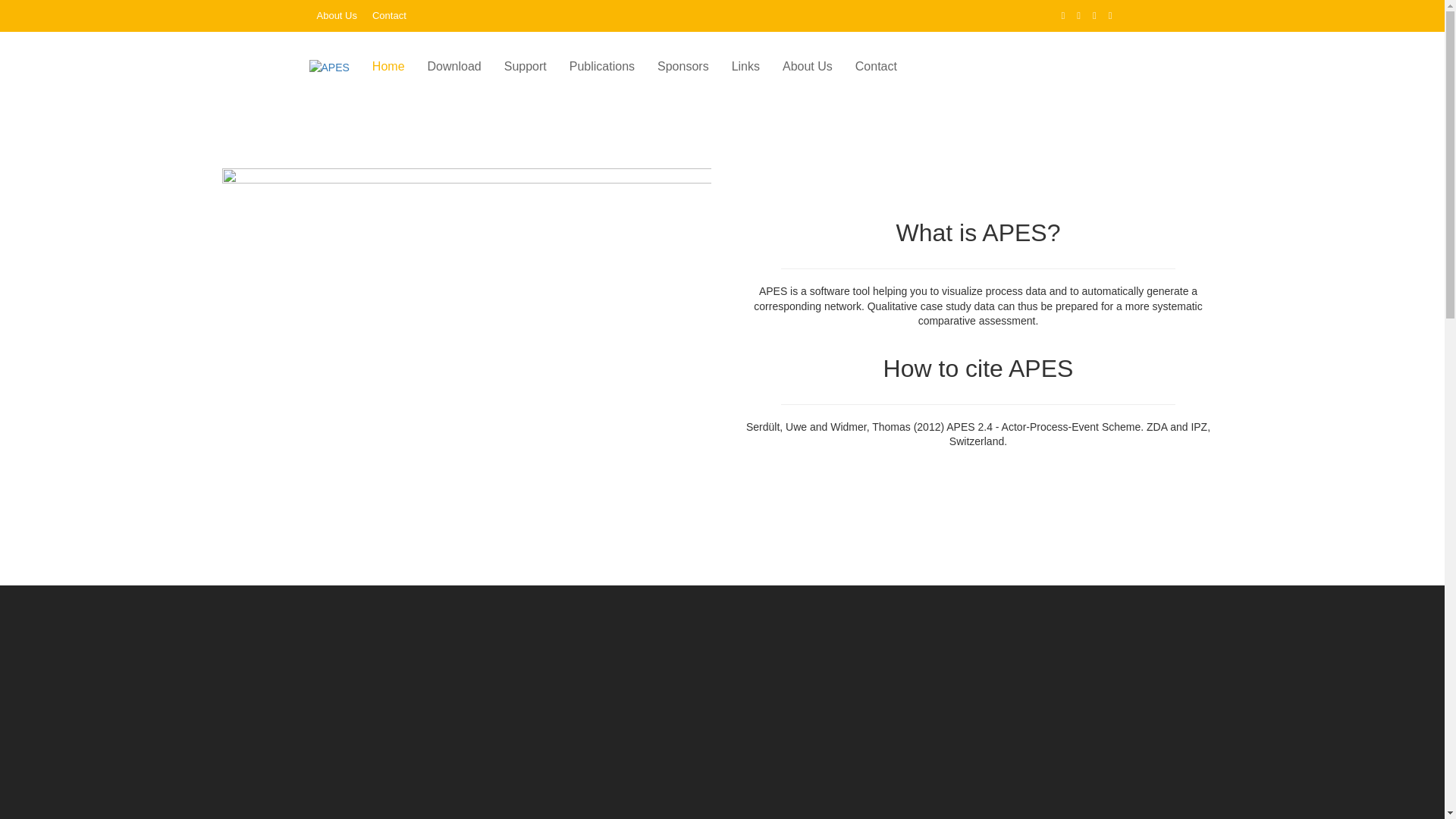 The height and width of the screenshot is (819, 1456). What do you see at coordinates (720, 66) in the screenshot?
I see `'Links'` at bounding box center [720, 66].